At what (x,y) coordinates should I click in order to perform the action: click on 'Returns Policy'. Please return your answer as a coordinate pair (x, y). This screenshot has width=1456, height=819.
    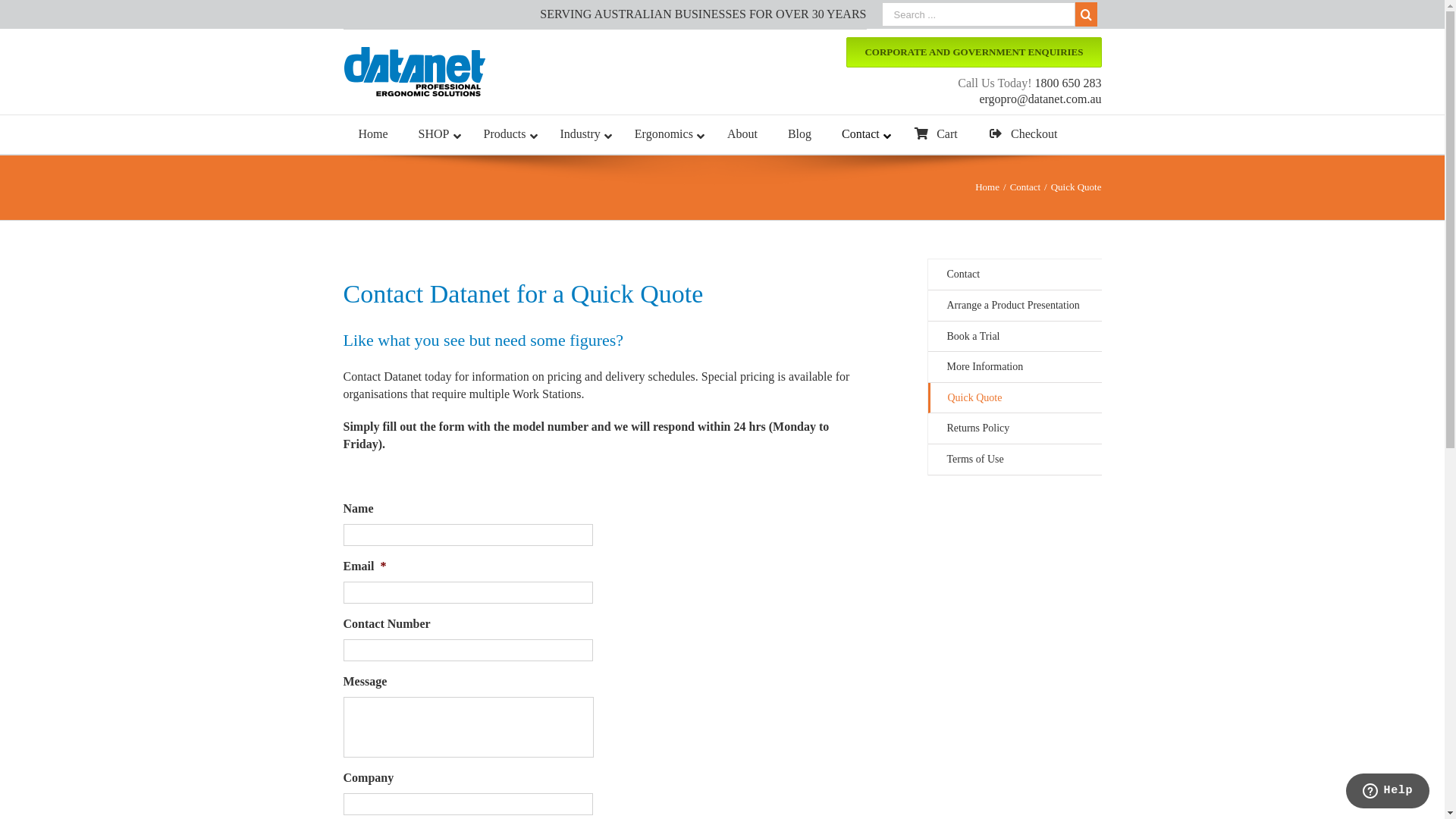
    Looking at the image, I should click on (1015, 428).